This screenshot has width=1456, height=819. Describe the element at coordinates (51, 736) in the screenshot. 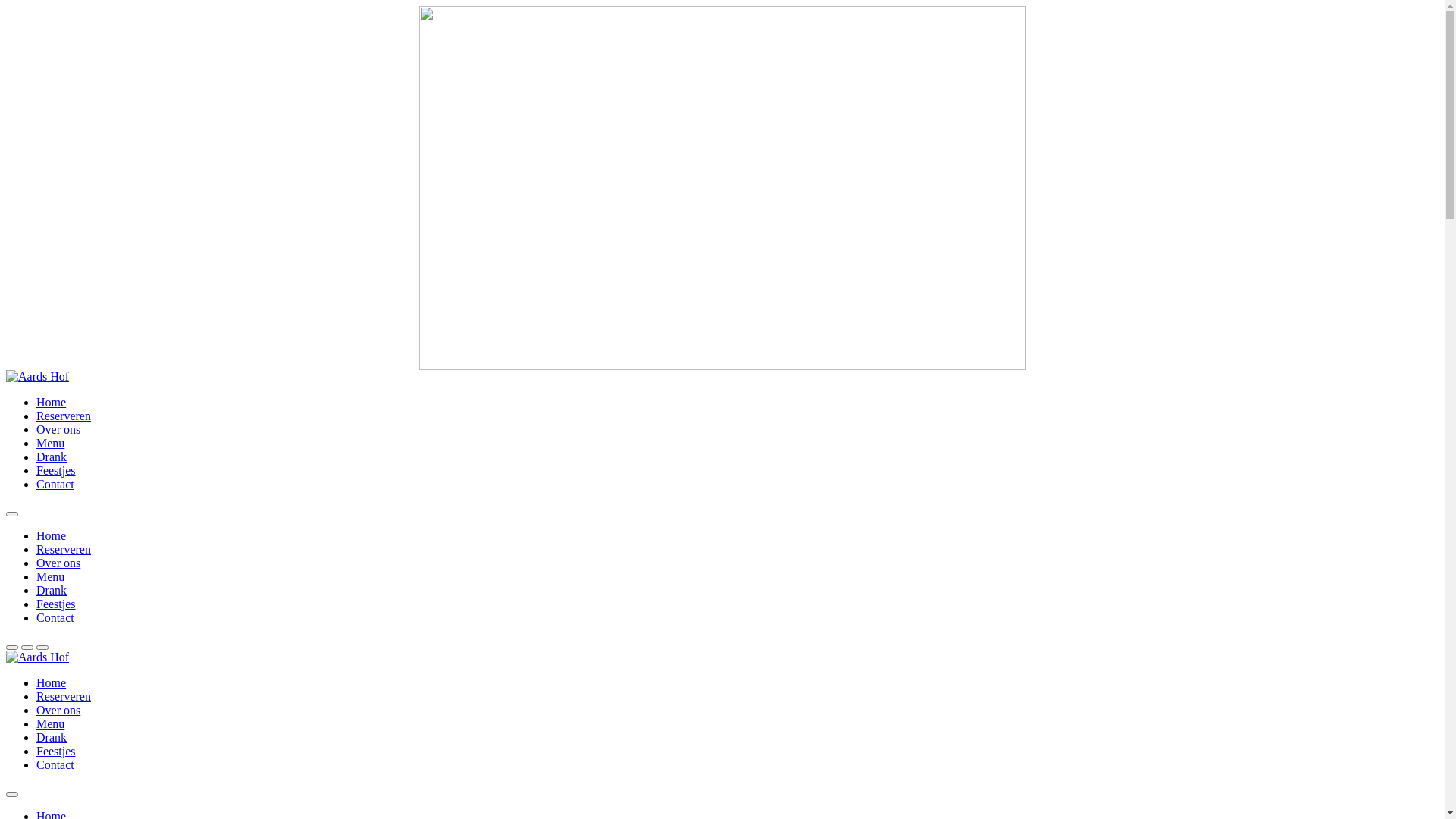

I see `'Drank'` at that location.